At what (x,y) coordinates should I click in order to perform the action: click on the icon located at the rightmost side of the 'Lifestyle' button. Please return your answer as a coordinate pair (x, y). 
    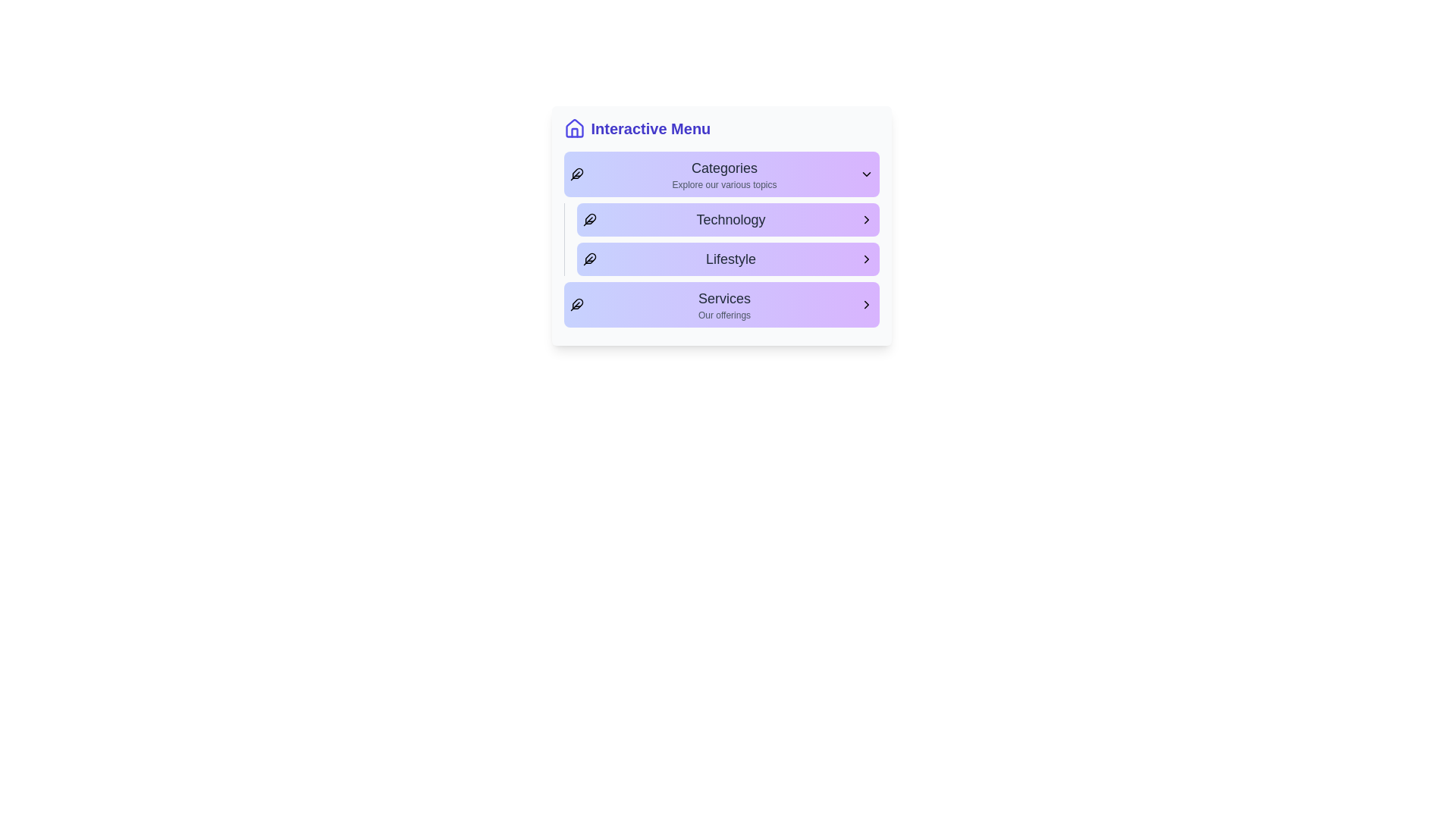
    Looking at the image, I should click on (866, 259).